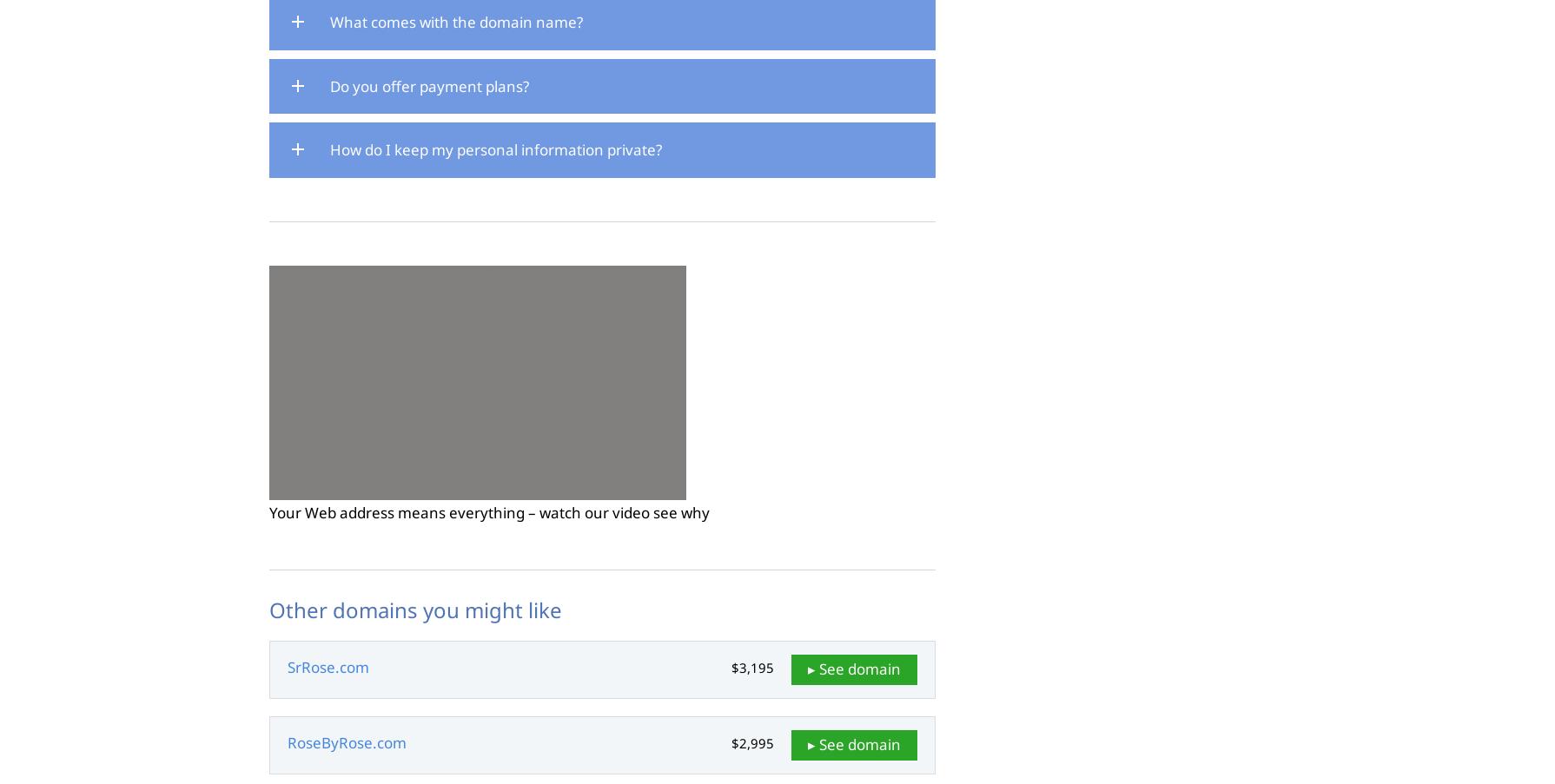 The image size is (1555, 784). I want to click on 'SrRose.com', so click(328, 667).